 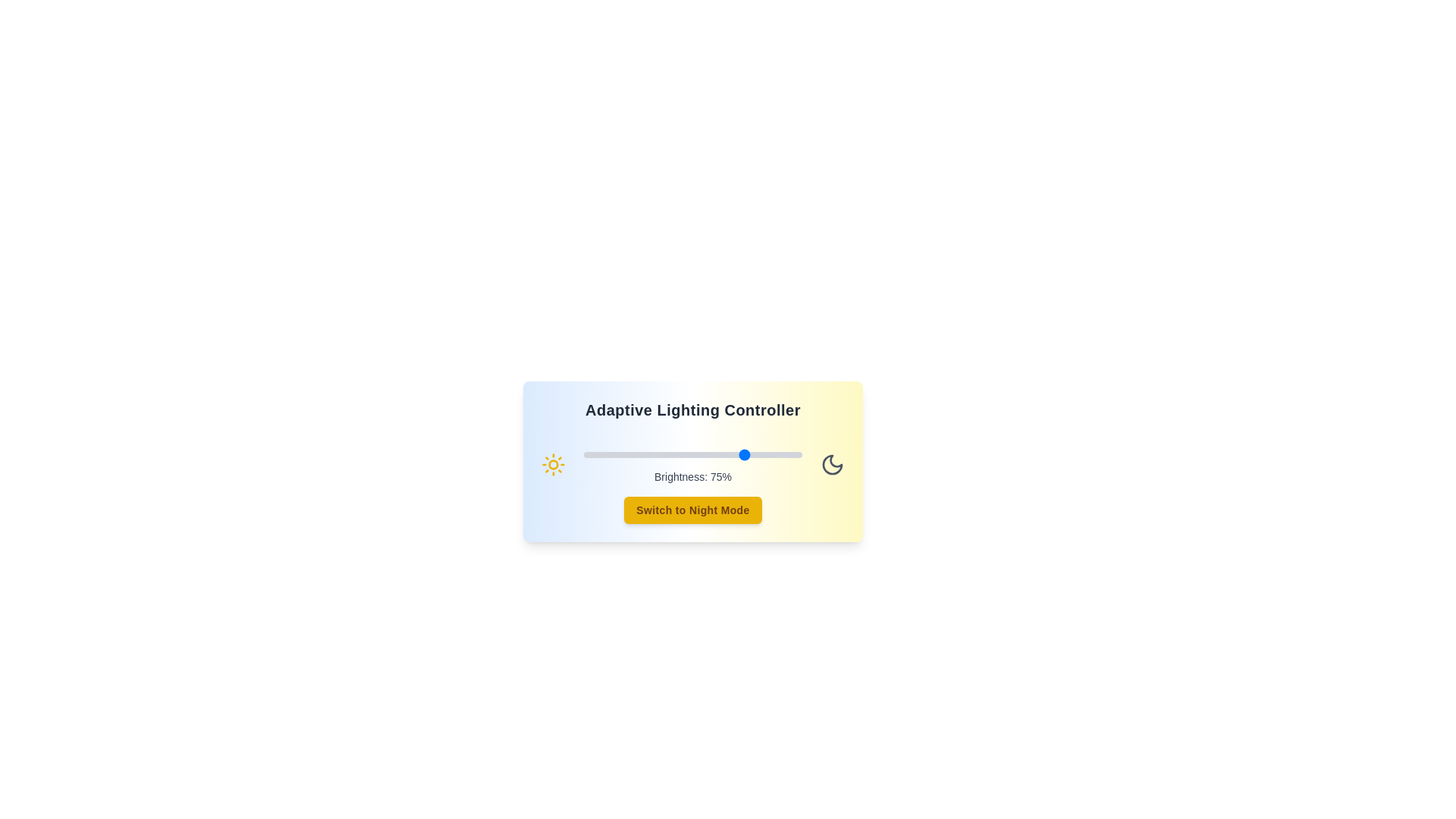 I want to click on the brightness level, so click(x=674, y=454).